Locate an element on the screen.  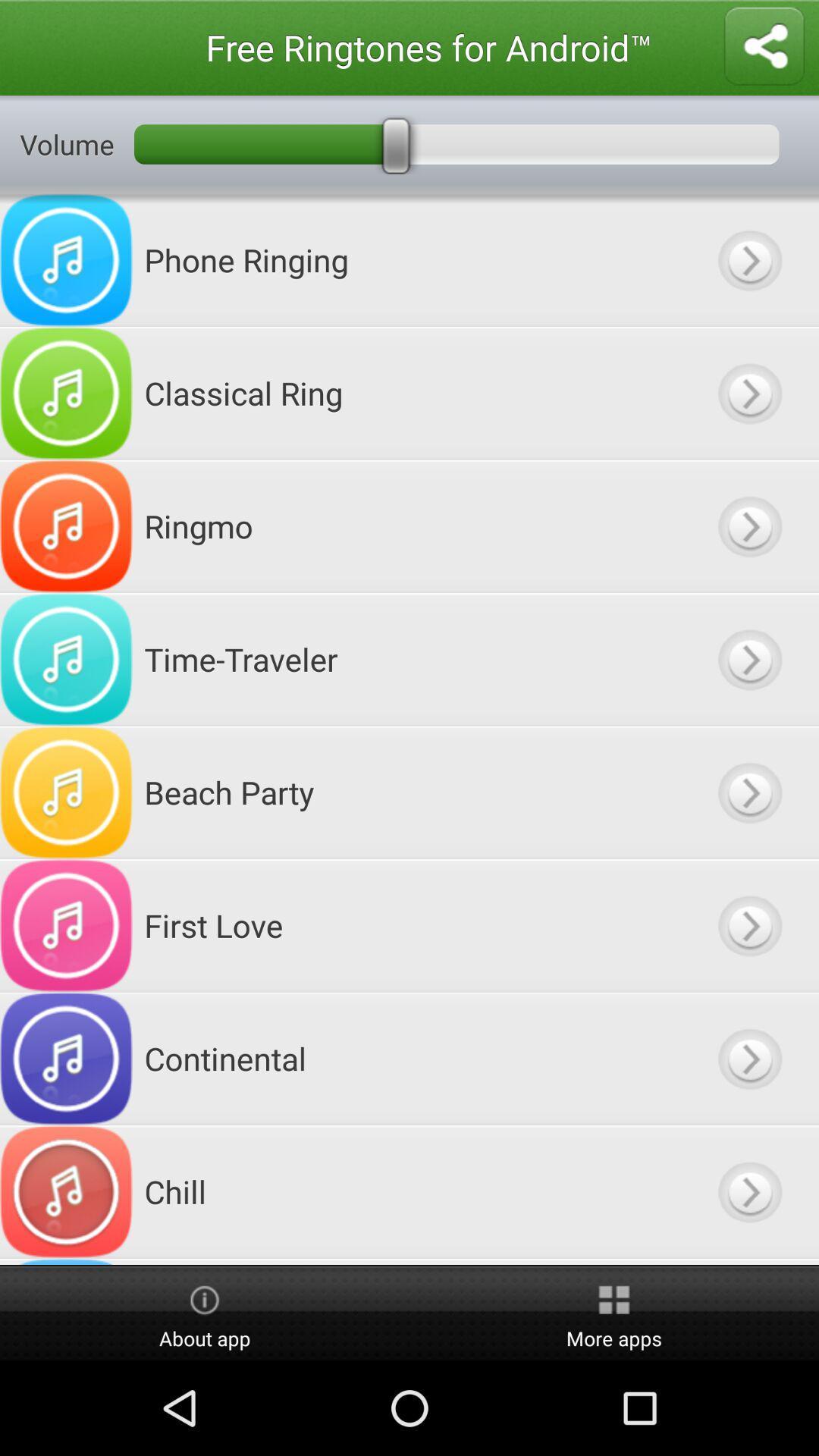
music is located at coordinates (748, 792).